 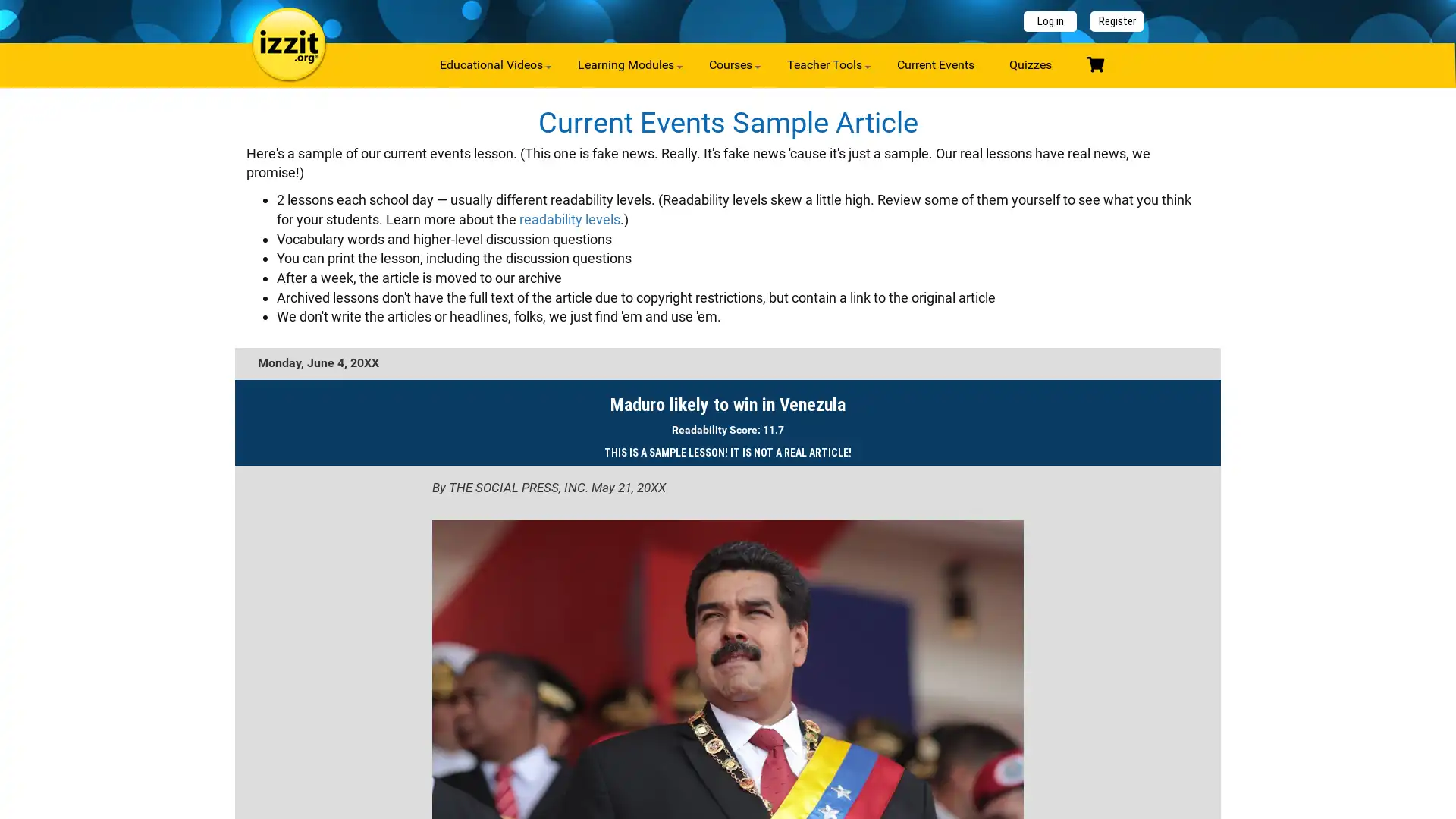 What do you see at coordinates (1117, 21) in the screenshot?
I see `Register` at bounding box center [1117, 21].